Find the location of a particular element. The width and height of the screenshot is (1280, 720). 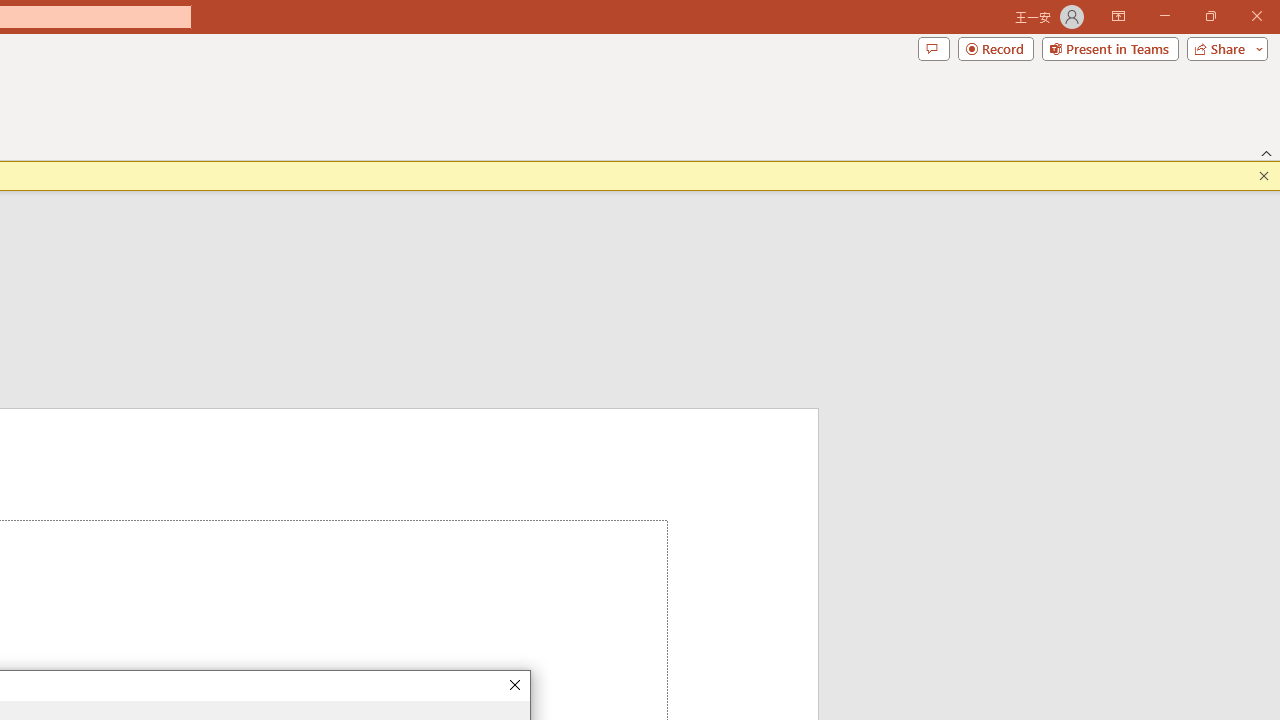

'Close this message' is located at coordinates (1263, 175).